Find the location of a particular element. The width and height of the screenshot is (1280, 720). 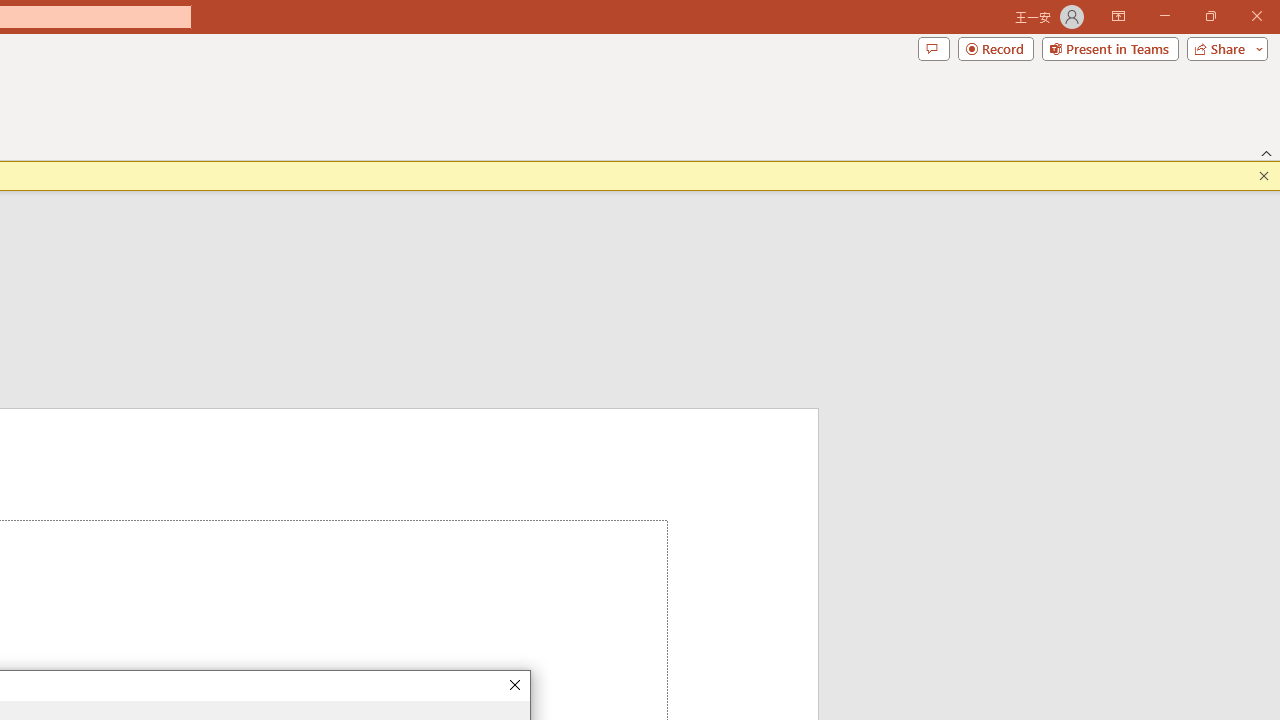

'Close this message' is located at coordinates (1263, 175).